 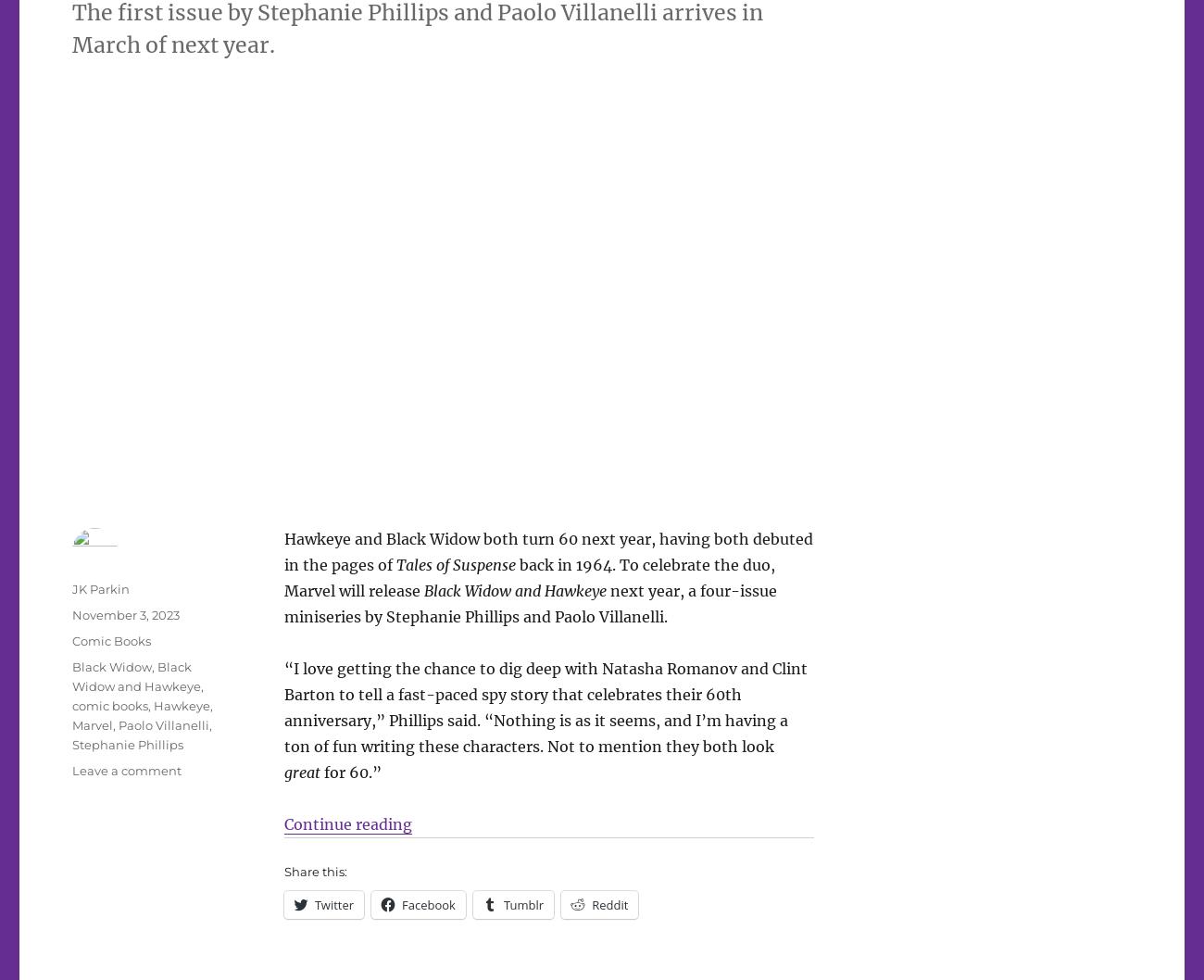 I want to click on 'great', so click(x=301, y=772).